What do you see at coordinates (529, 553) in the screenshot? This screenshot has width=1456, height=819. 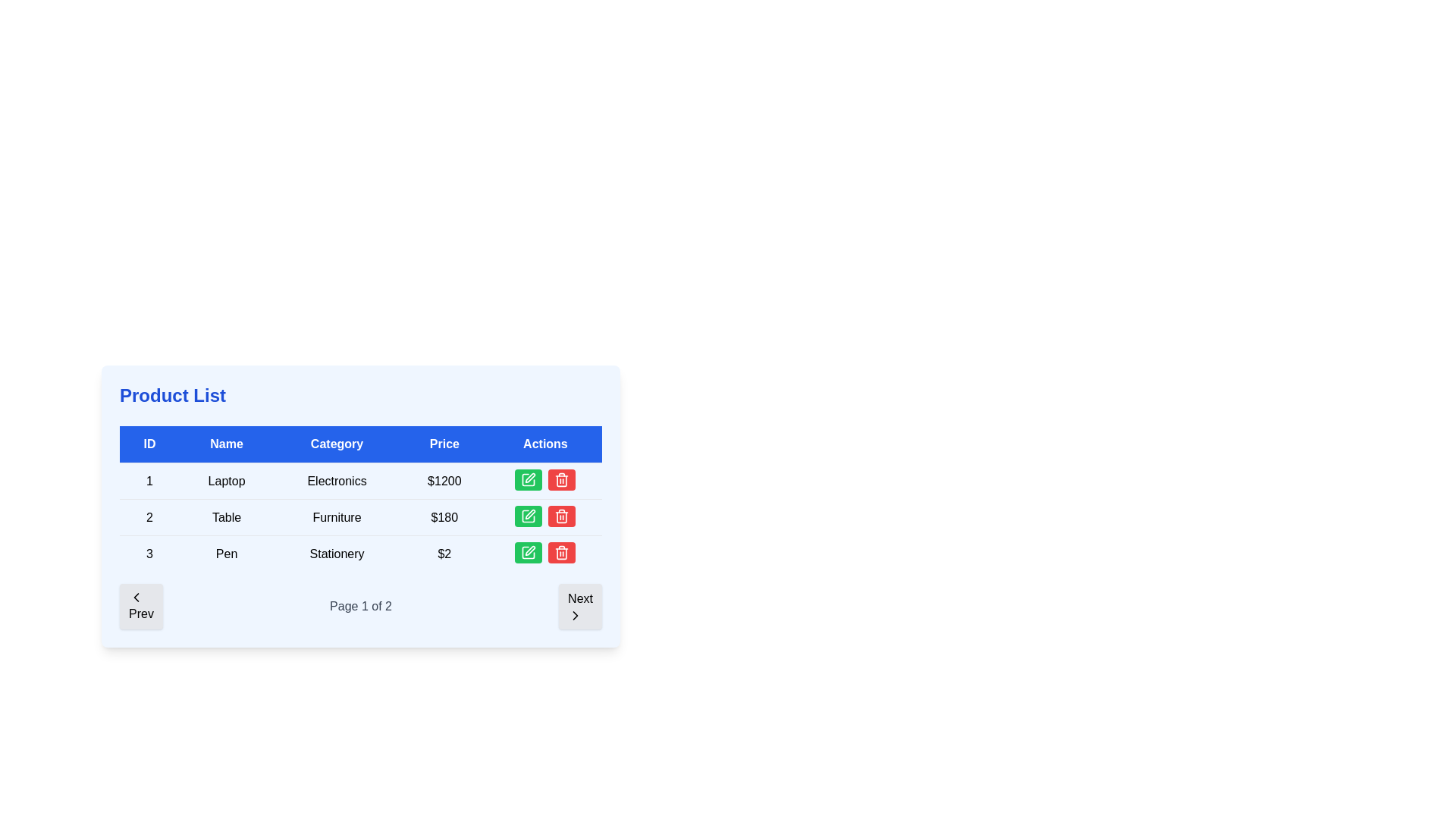 I see `the edit icon button in the 'Actions' column of the third row in the table corresponding to the 'Pen' entry` at bounding box center [529, 553].